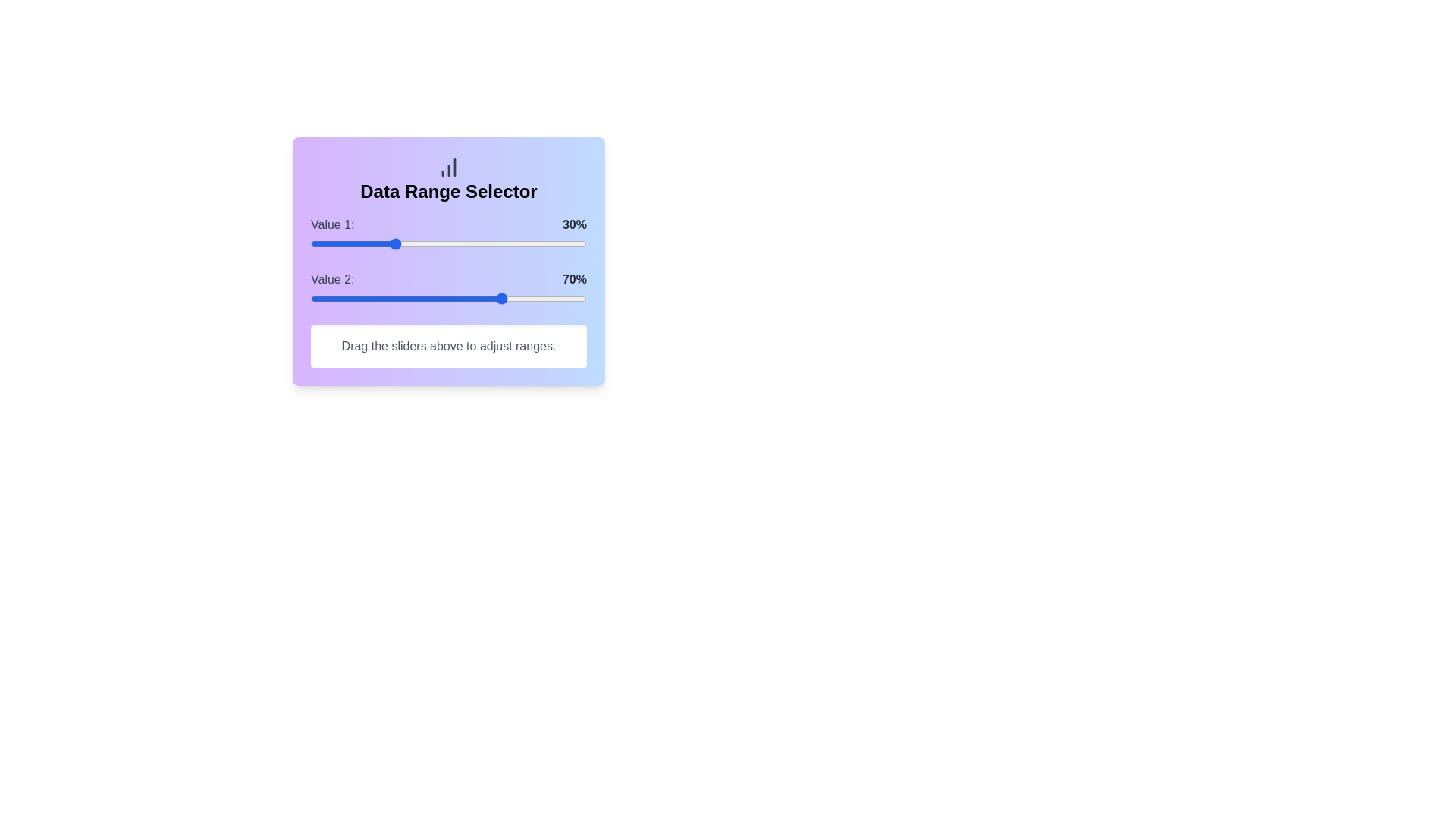 This screenshot has width=1456, height=819. I want to click on the slider for Value 1 to set its percentage to 10, so click(337, 243).